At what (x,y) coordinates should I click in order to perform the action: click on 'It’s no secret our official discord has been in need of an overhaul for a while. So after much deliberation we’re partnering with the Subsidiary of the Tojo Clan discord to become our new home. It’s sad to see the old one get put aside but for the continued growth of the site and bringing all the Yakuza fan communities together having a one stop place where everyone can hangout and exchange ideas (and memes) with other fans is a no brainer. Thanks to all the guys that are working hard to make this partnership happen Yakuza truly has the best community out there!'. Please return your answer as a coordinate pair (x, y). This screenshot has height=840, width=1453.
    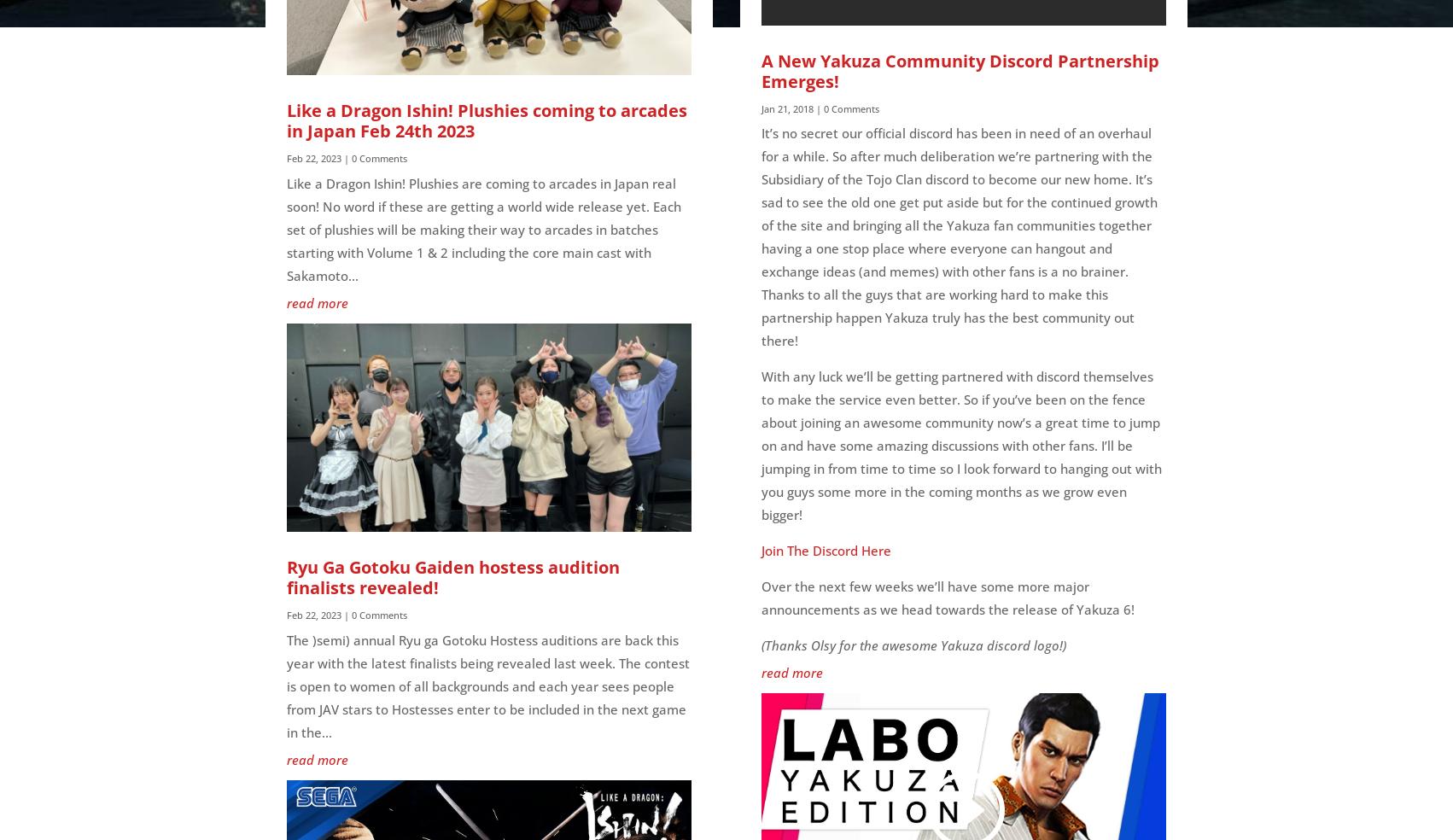
    Looking at the image, I should click on (959, 236).